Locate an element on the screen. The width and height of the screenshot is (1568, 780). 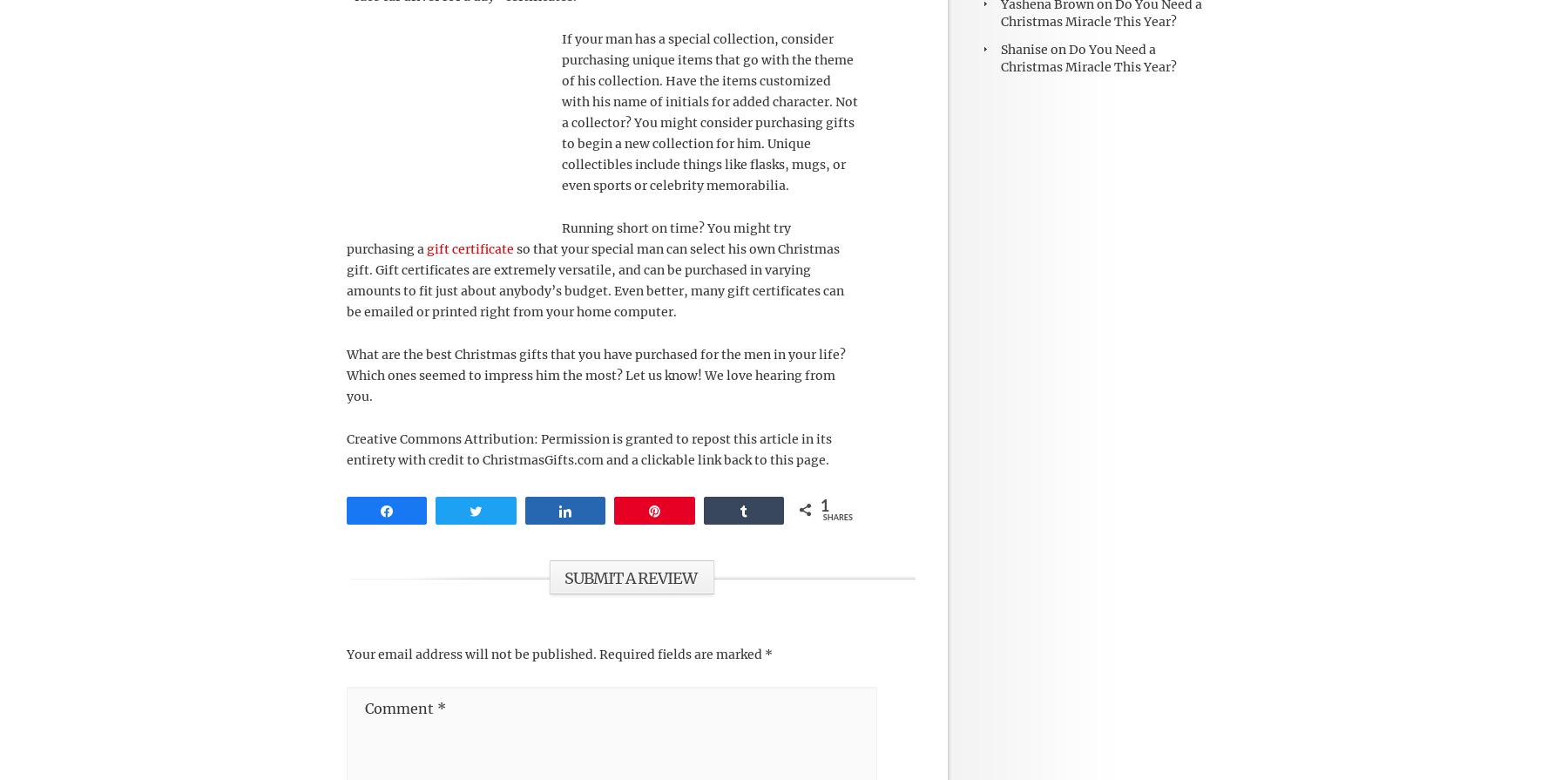
'What are the best Christmas gifts that you have purchased for the men in your life? Which ones seemed to impress him the most? Let us know! We love hearing from you.' is located at coordinates (595, 374).